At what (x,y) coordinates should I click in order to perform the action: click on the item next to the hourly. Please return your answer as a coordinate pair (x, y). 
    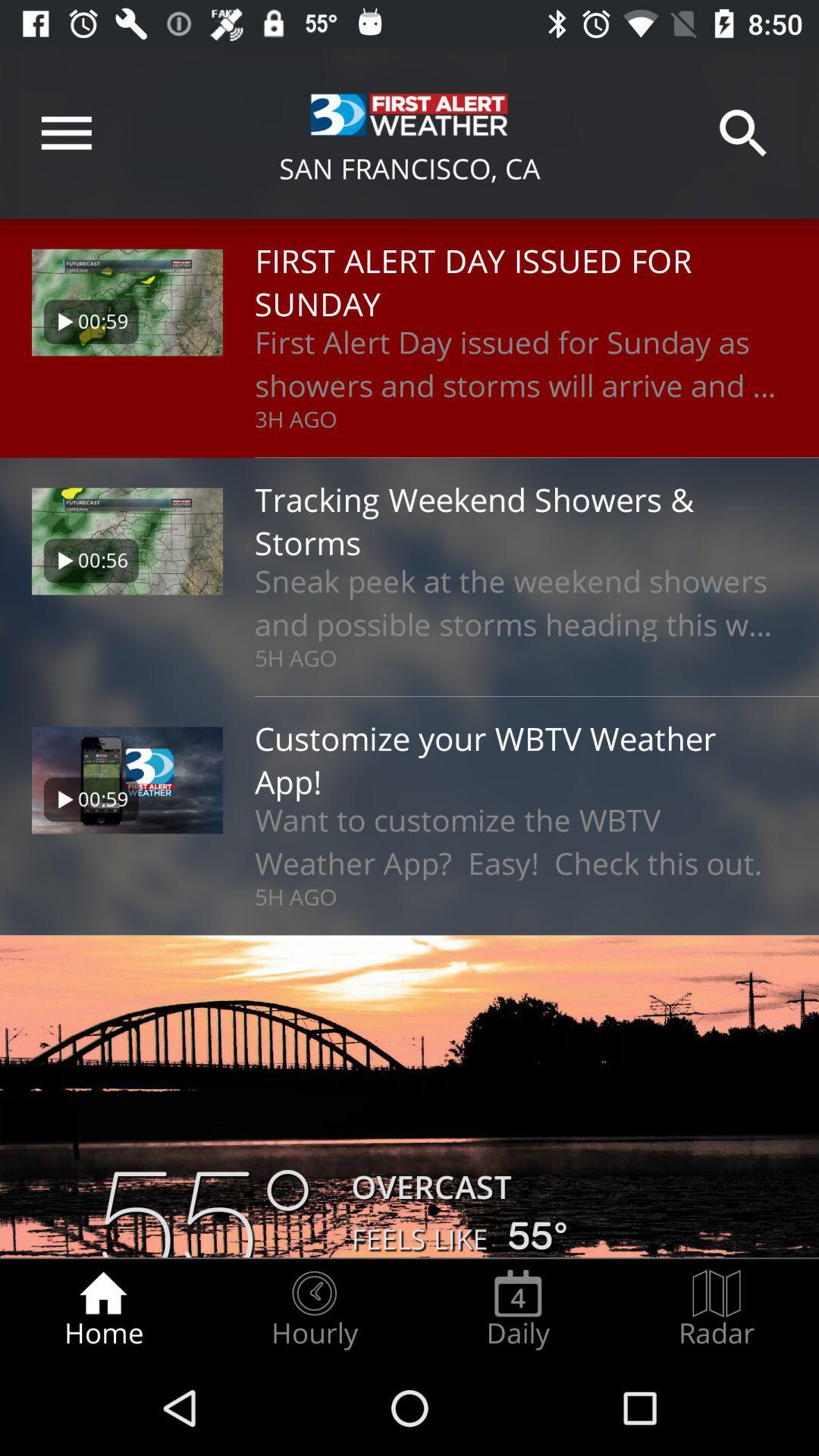
    Looking at the image, I should click on (517, 1309).